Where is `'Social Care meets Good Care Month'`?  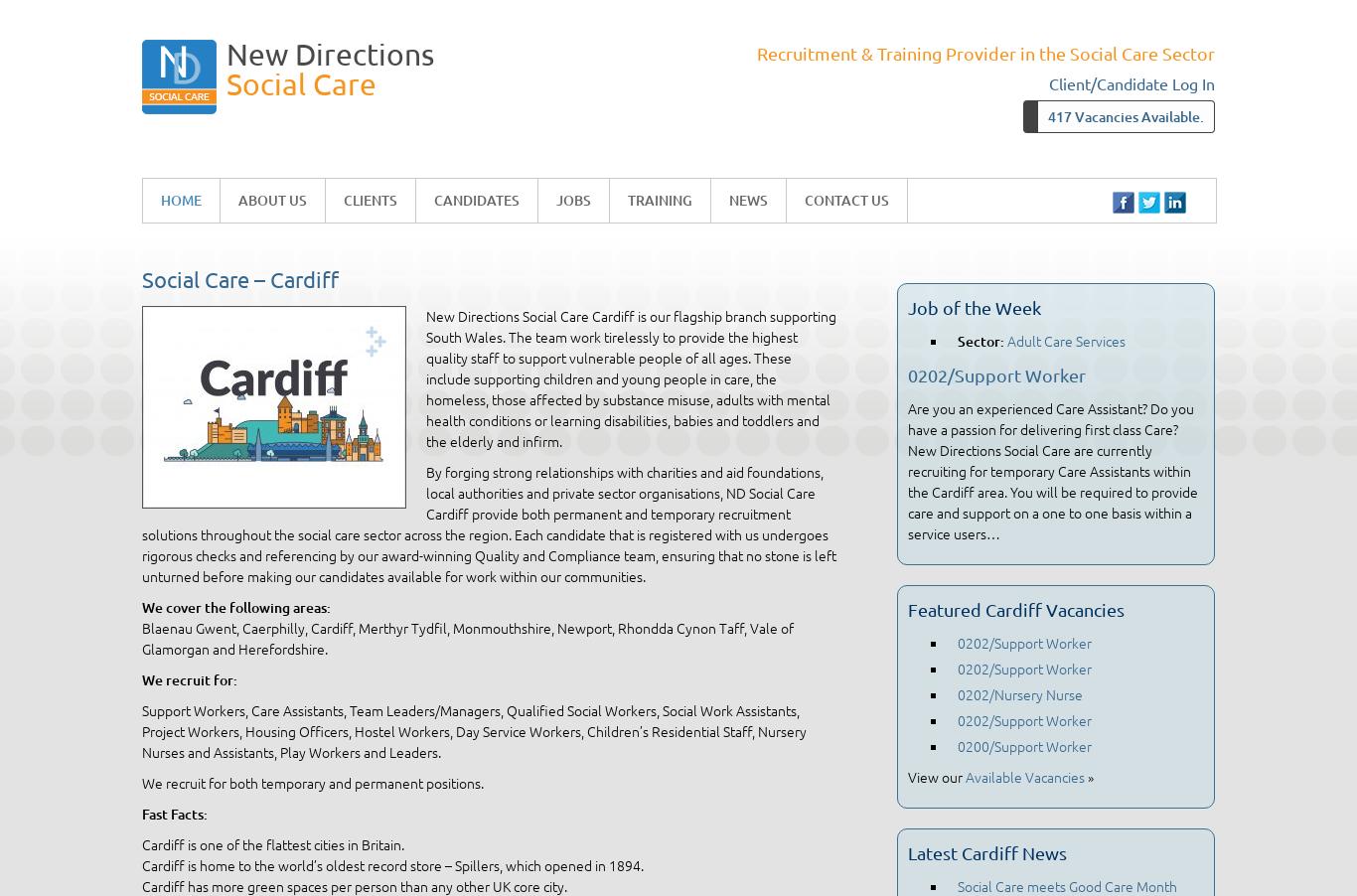 'Social Care meets Good Care Month' is located at coordinates (1066, 885).